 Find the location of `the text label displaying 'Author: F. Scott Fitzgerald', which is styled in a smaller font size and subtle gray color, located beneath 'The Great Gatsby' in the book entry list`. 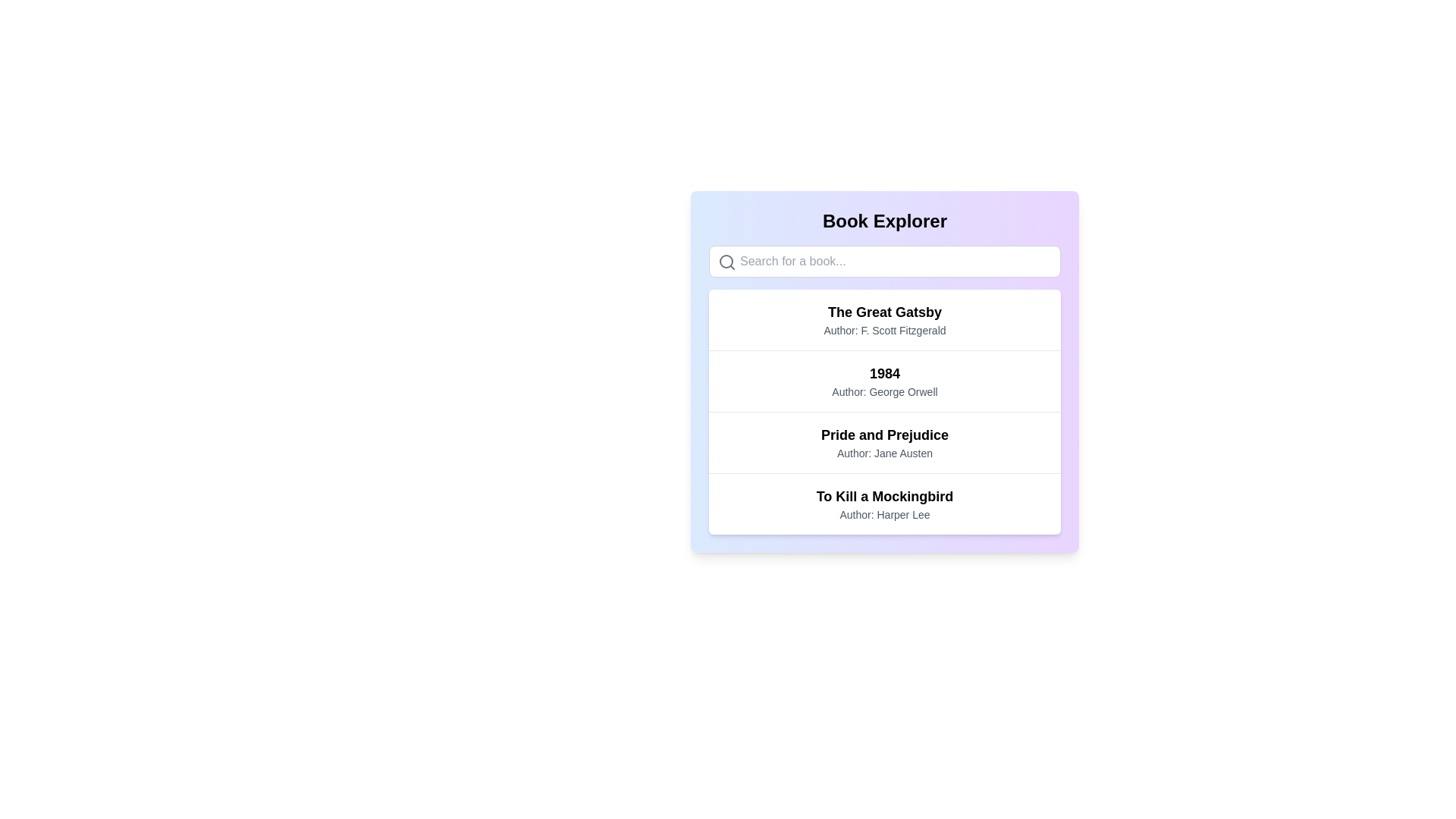

the text label displaying 'Author: F. Scott Fitzgerald', which is styled in a smaller font size and subtle gray color, located beneath 'The Great Gatsby' in the book entry list is located at coordinates (884, 329).